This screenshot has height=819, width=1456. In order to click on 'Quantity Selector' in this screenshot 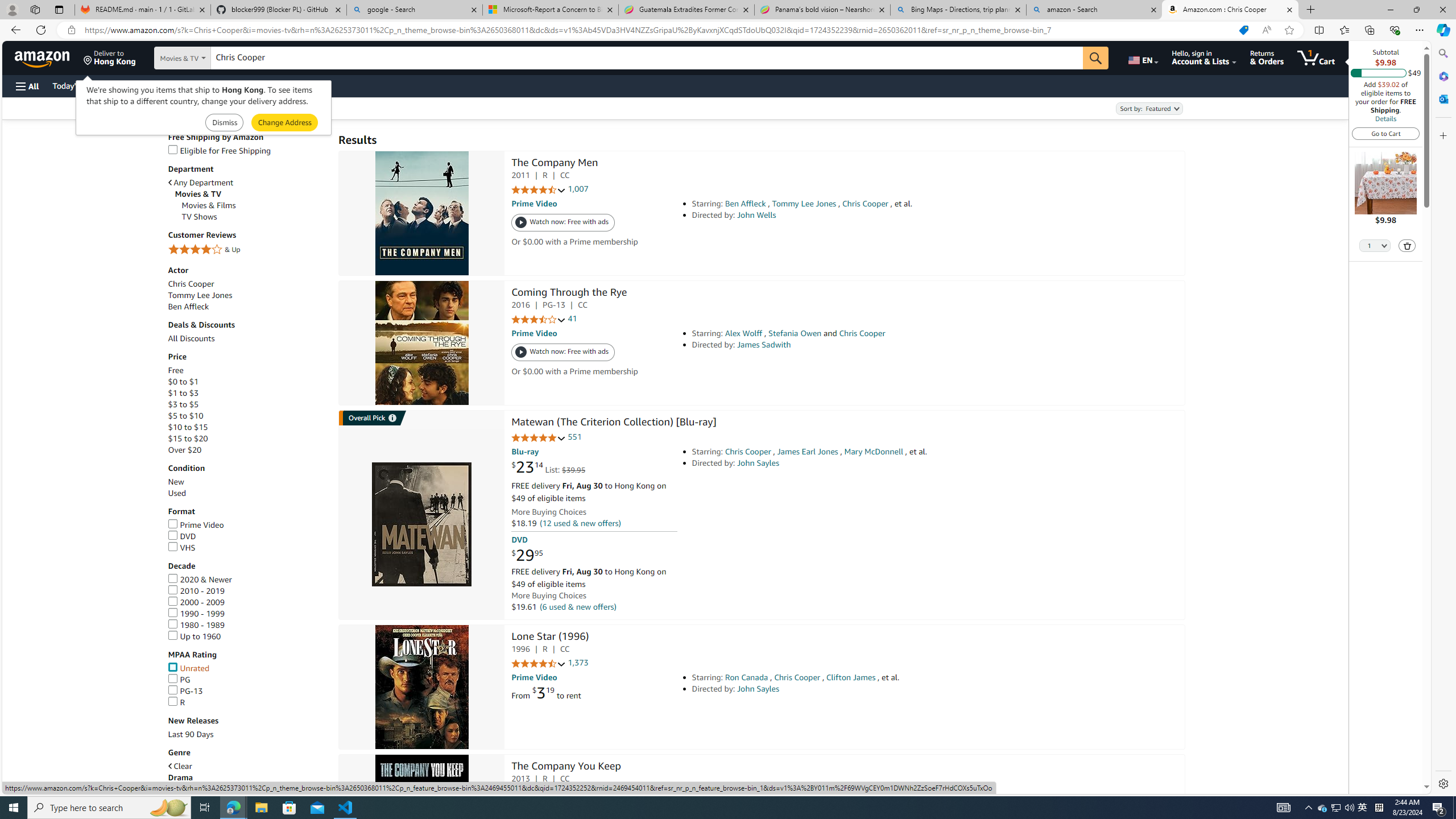, I will do `click(1375, 245)`.